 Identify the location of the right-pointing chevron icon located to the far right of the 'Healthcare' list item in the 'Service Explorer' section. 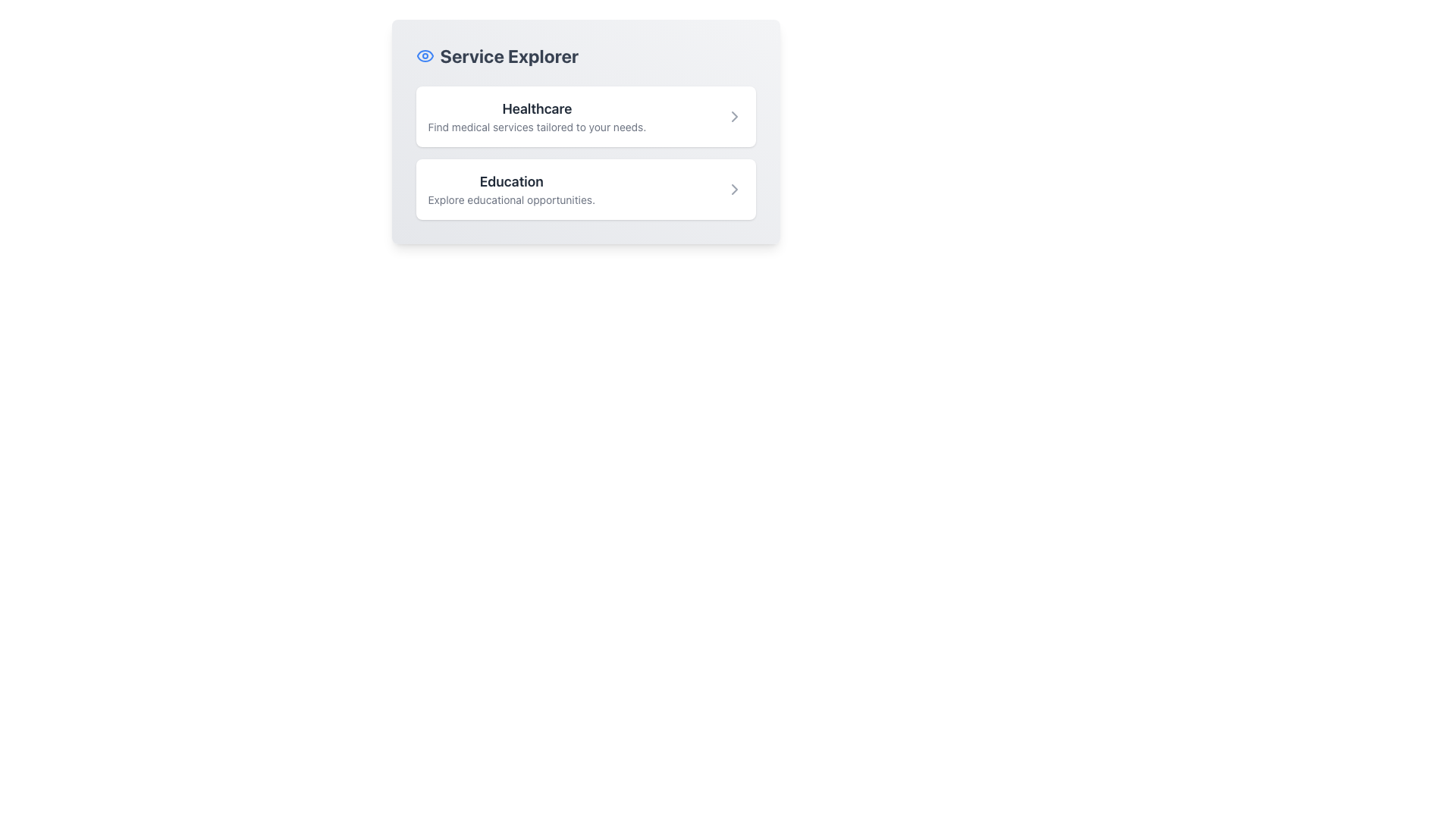
(734, 116).